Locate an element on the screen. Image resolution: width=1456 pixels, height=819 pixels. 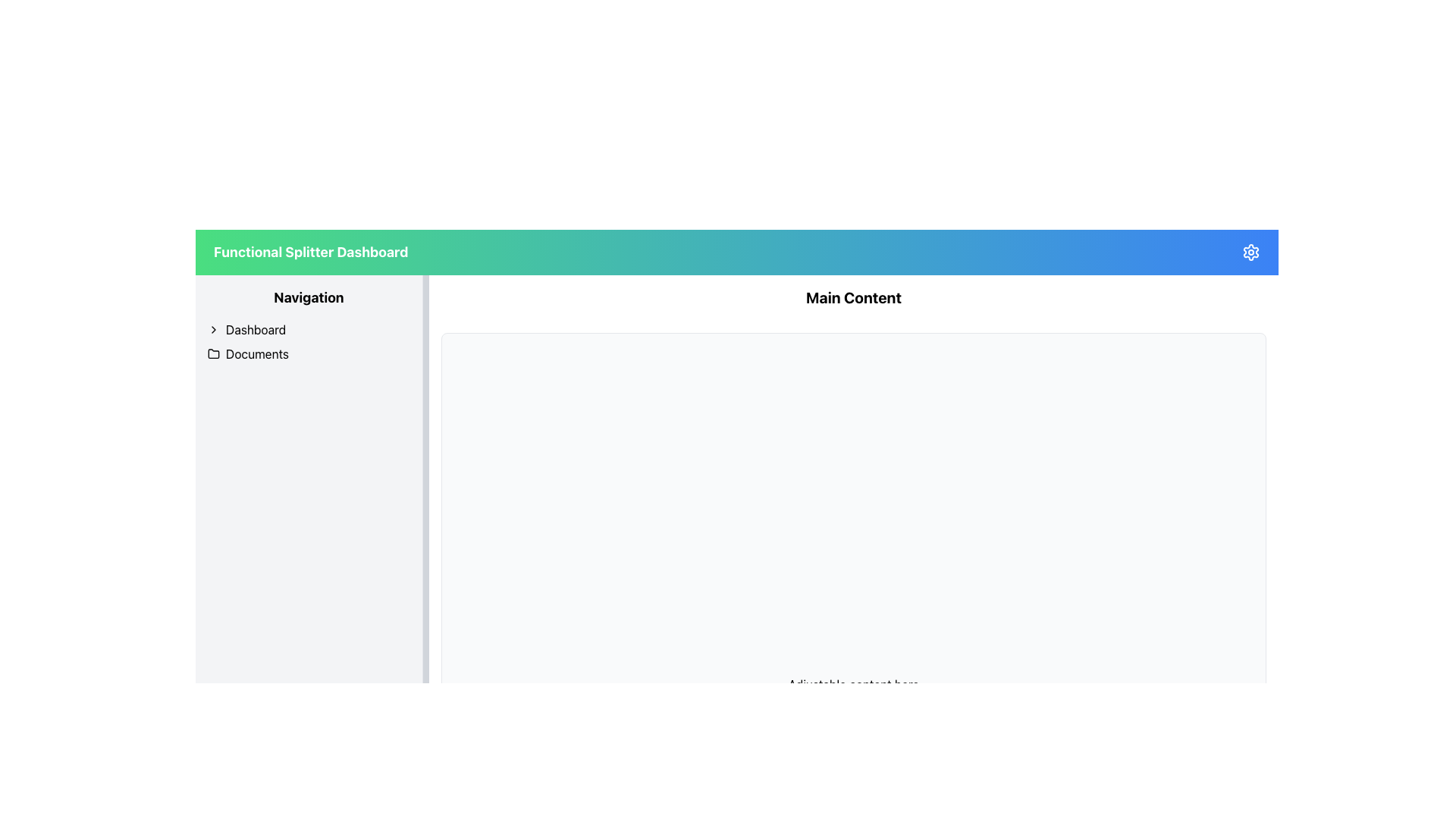
the folder icon located to the left of the 'Documents' label in the vertical navigation bar on the left side of the interface is located at coordinates (213, 353).